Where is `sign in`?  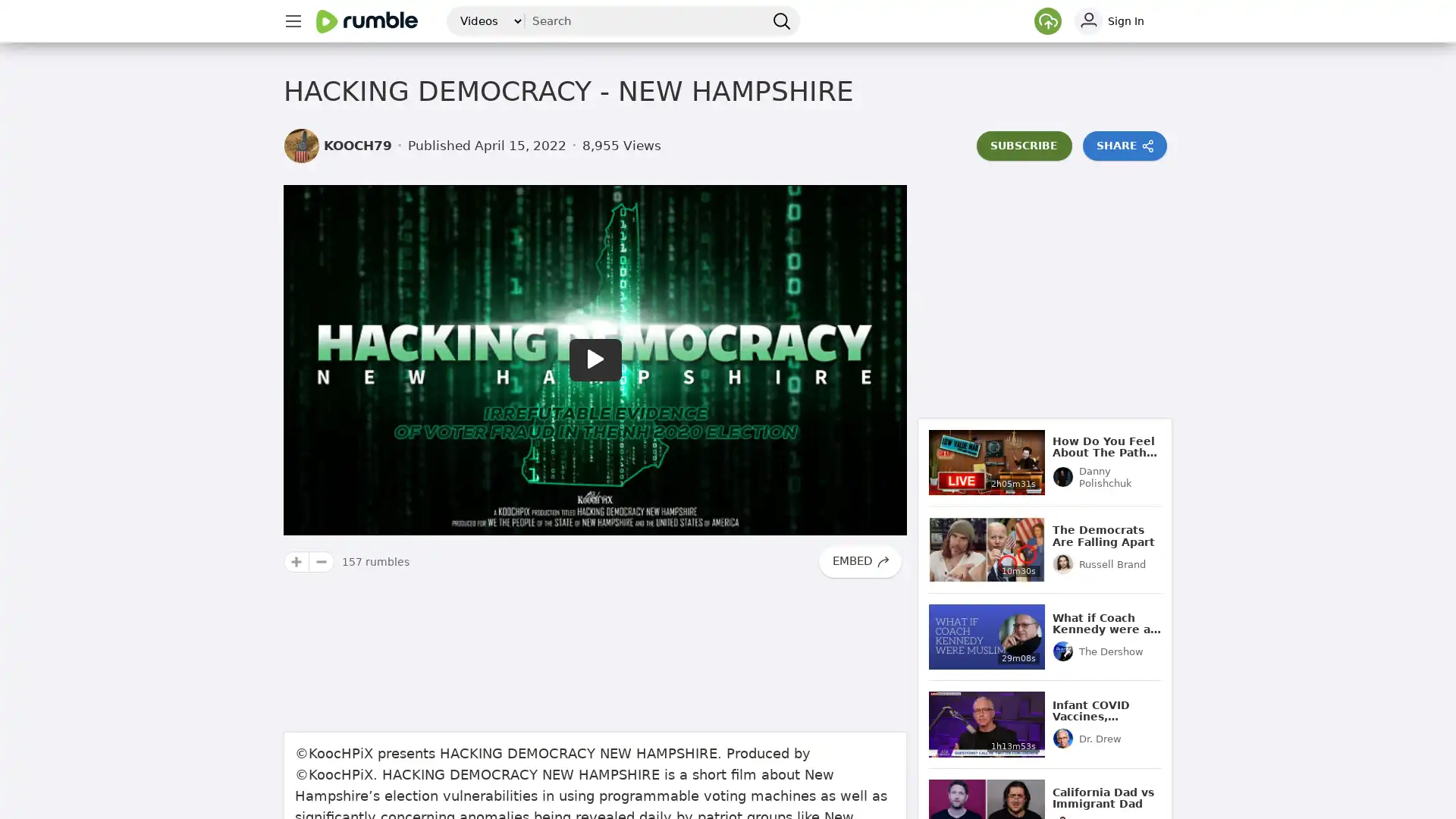 sign in is located at coordinates (1122, 20).